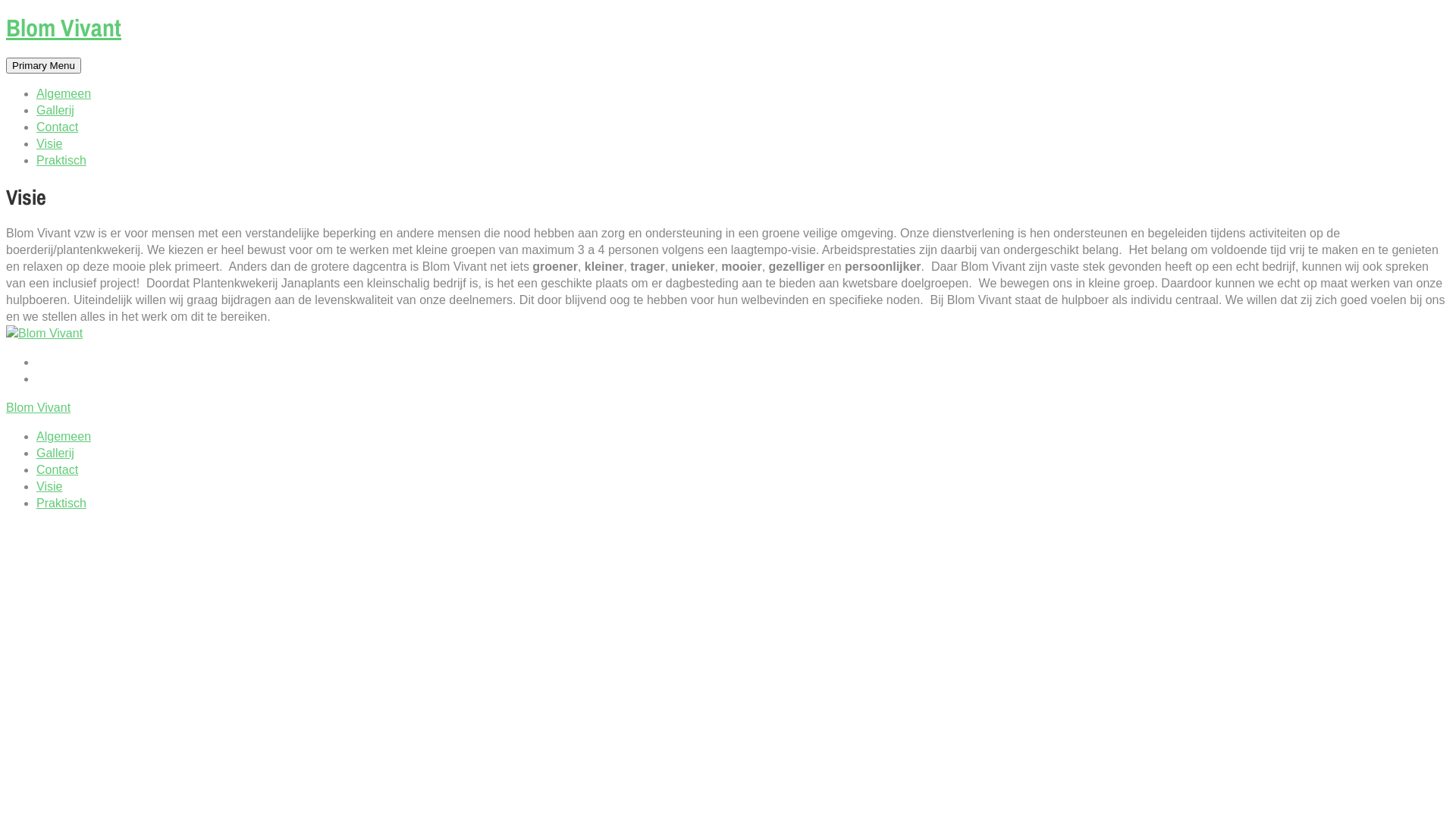 This screenshot has height=819, width=1456. I want to click on 'Skip to content', so click(5, 15).